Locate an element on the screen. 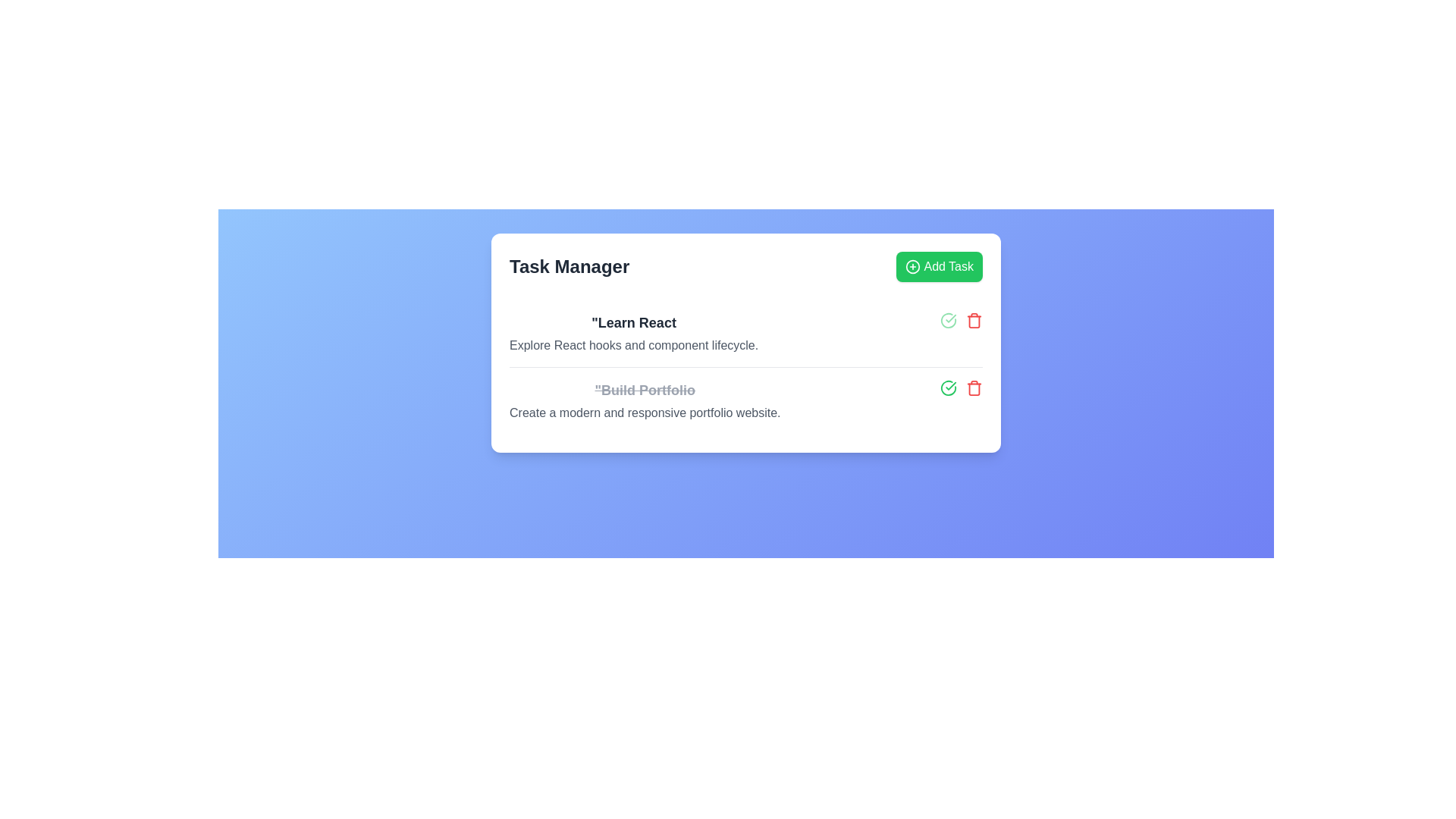 The image size is (1456, 819). the red trash can icon button, which symbolizes deletion functionality is located at coordinates (974, 320).